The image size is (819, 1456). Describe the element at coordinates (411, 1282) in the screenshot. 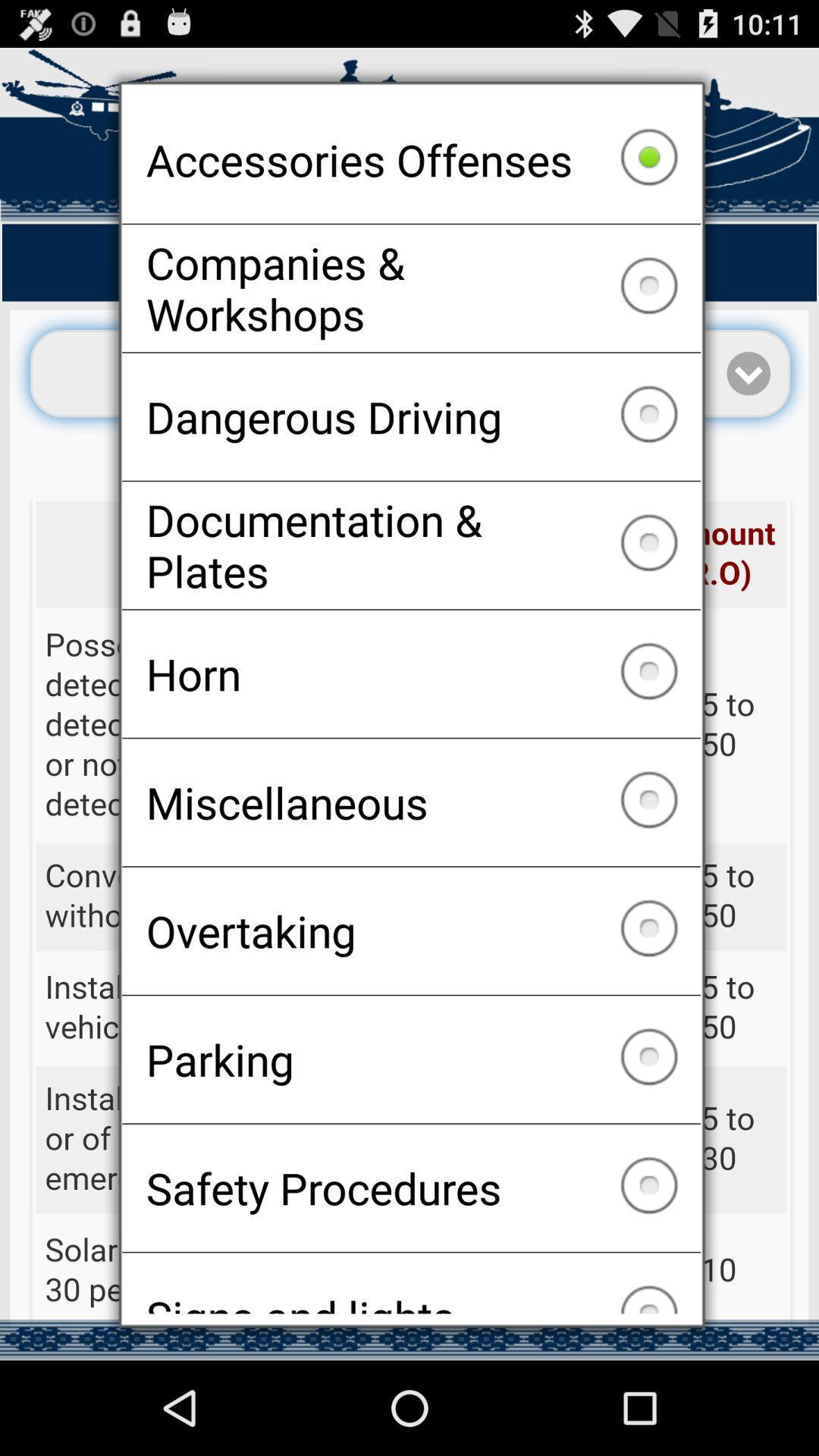

I see `the checkbox below safety procedures icon` at that location.